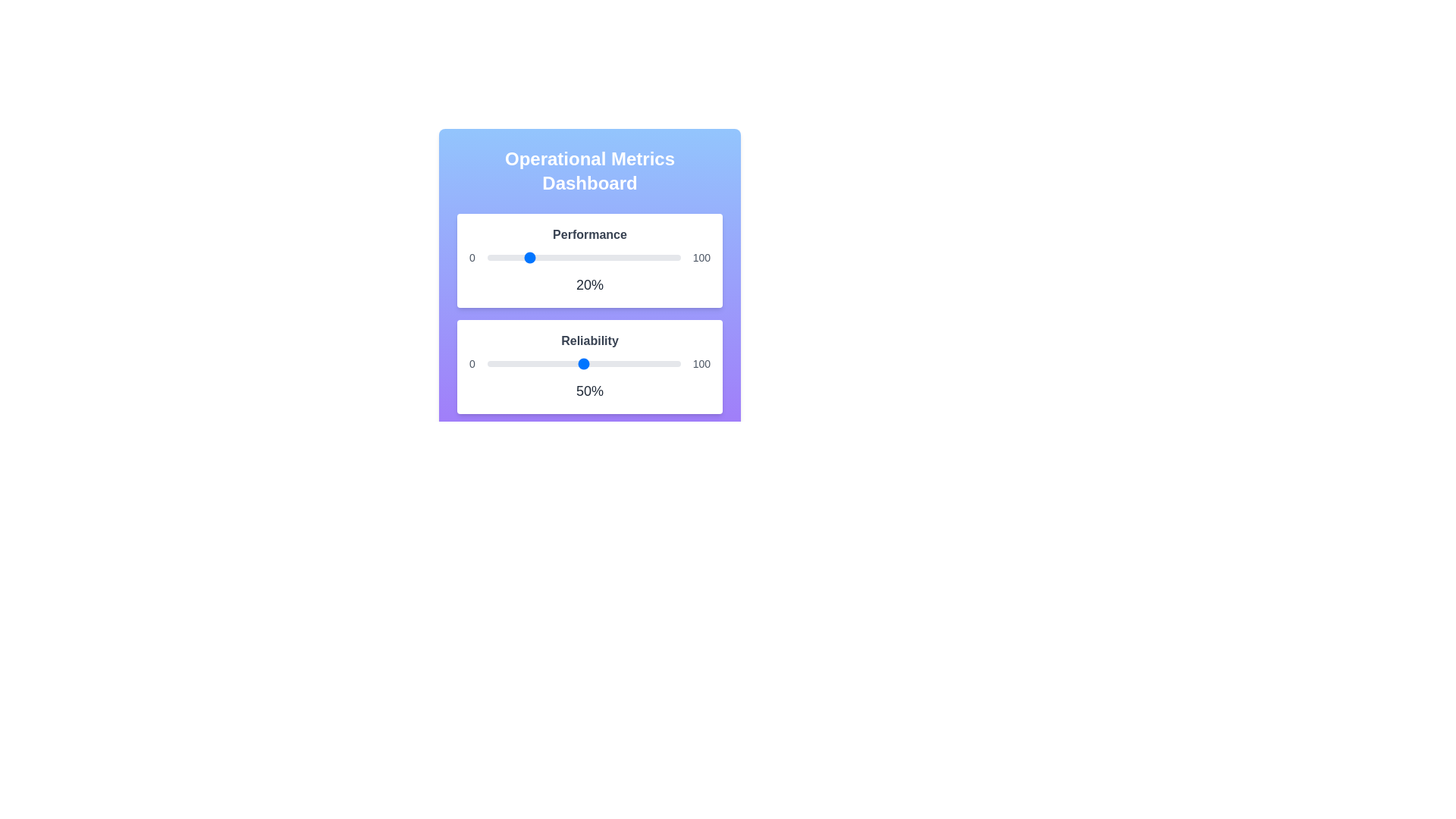 The width and height of the screenshot is (1456, 819). I want to click on the reliability value, so click(655, 363).